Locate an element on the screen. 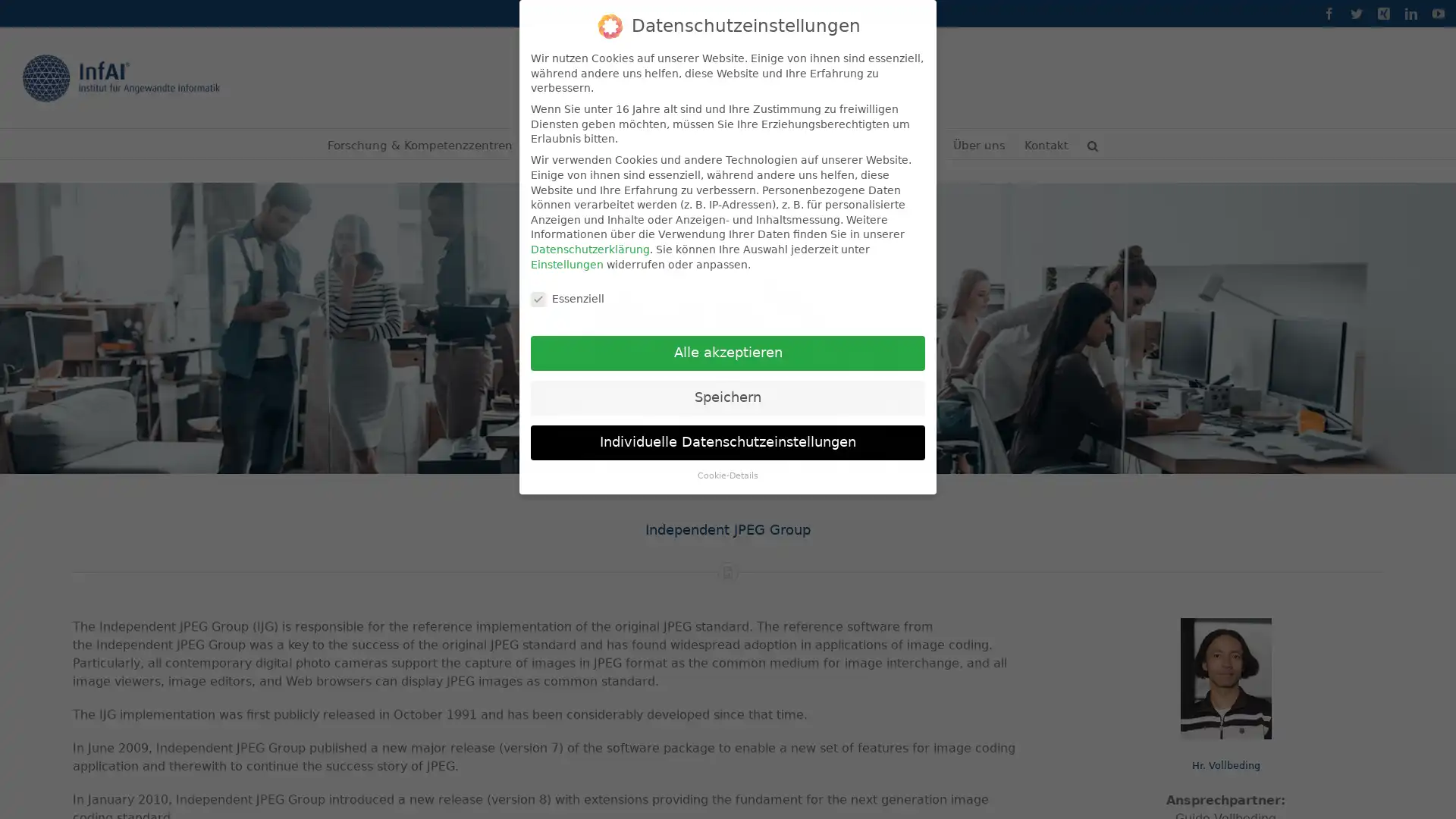  Zuruck is located at coordinates (909, 763).